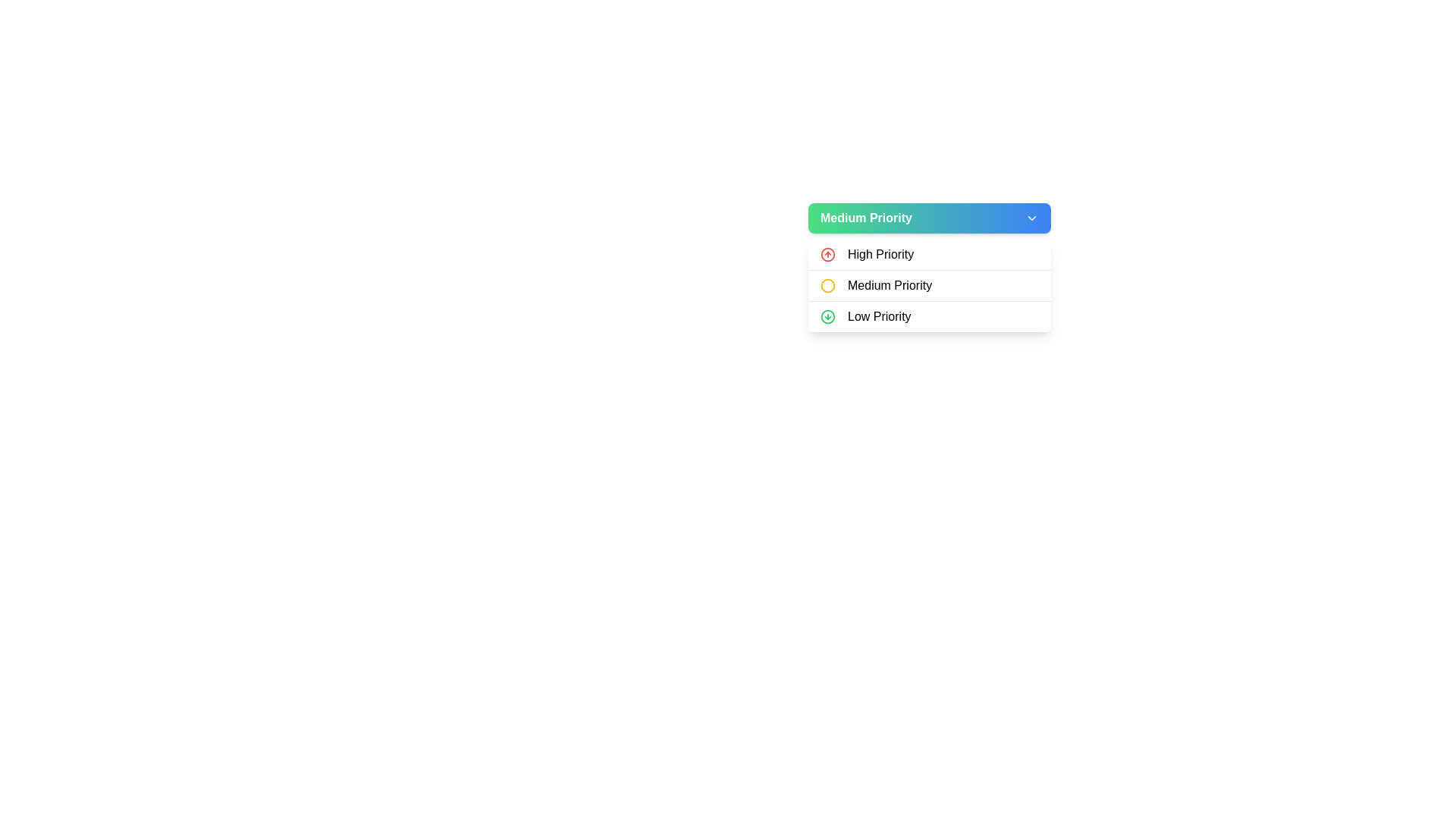 This screenshot has width=1456, height=819. I want to click on the 'Medium Priority' dropdown toggle button, which is a button-like component at the top of the dropdown menu, so click(928, 218).